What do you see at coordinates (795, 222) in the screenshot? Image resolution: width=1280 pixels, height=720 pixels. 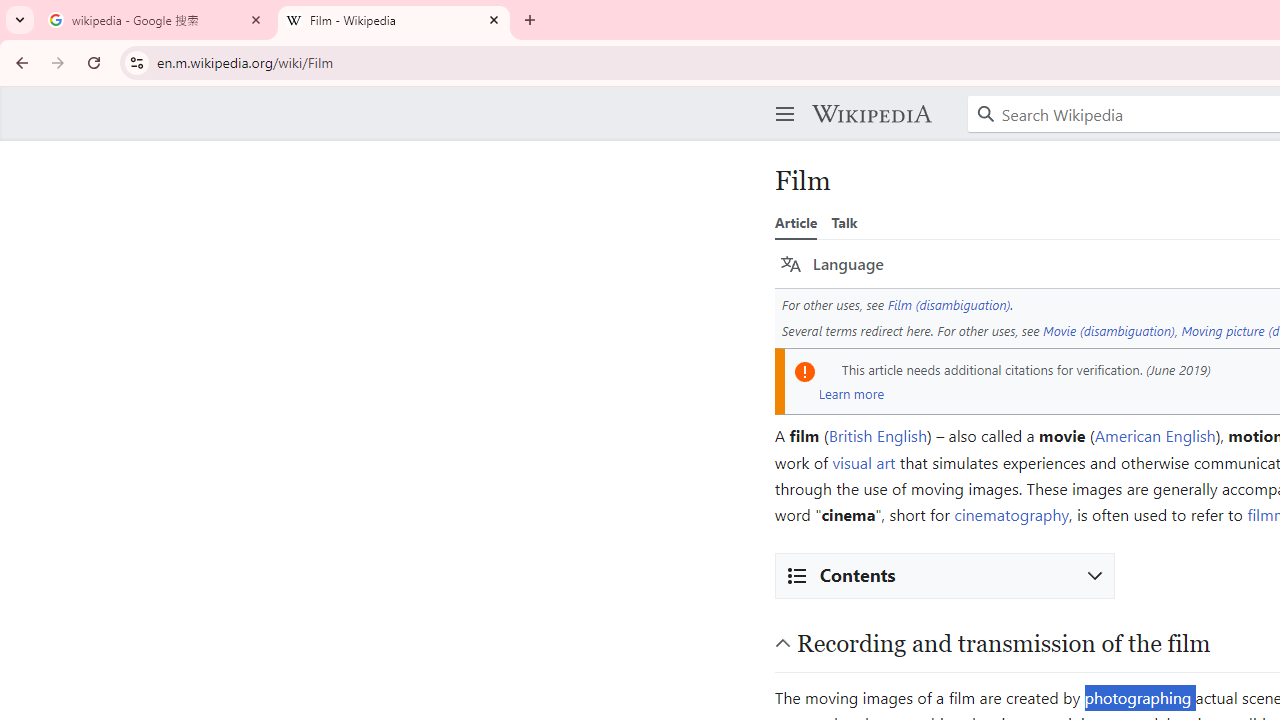 I see `'Article'` at bounding box center [795, 222].